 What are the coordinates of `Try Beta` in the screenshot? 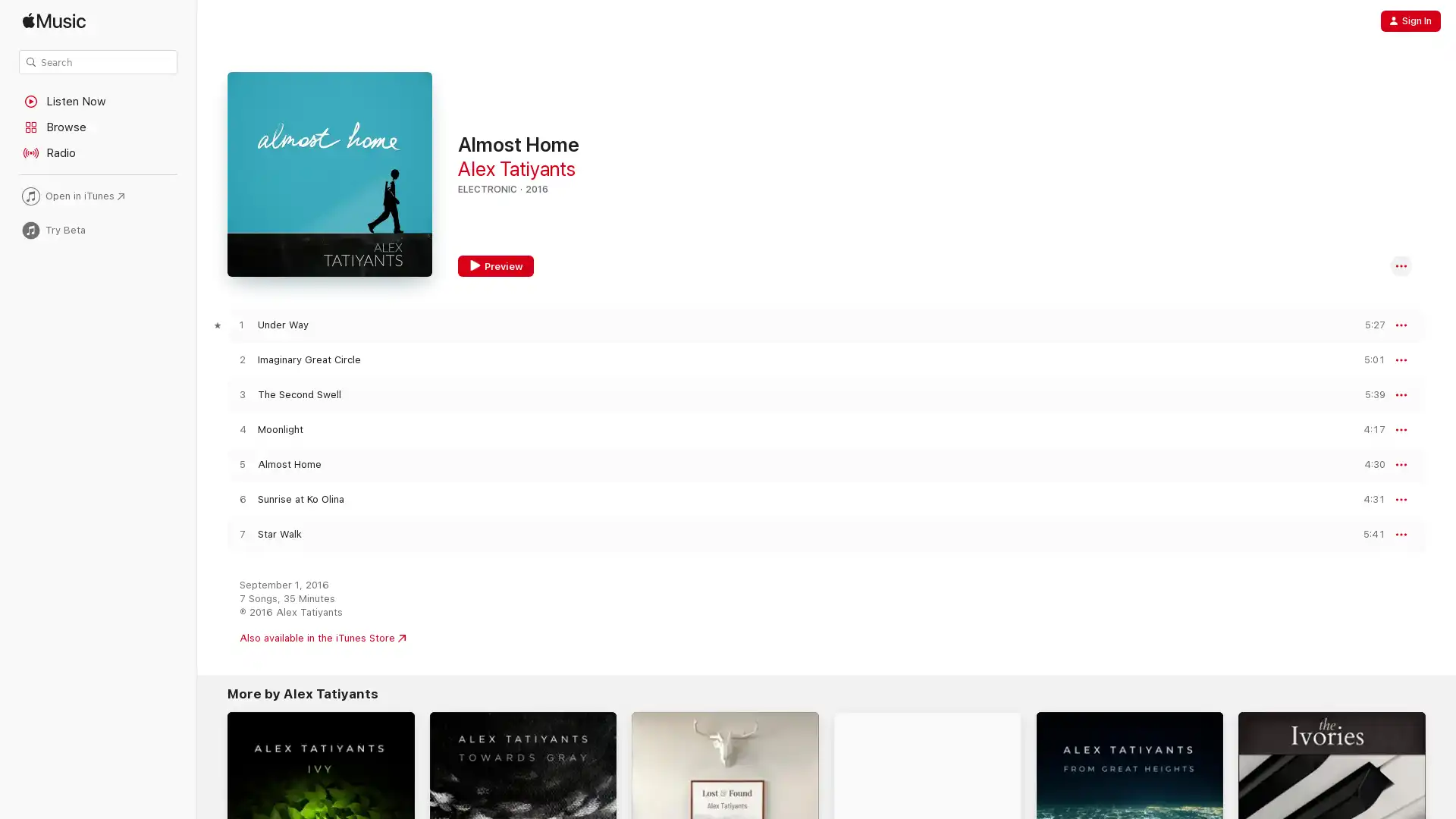 It's located at (97, 230).